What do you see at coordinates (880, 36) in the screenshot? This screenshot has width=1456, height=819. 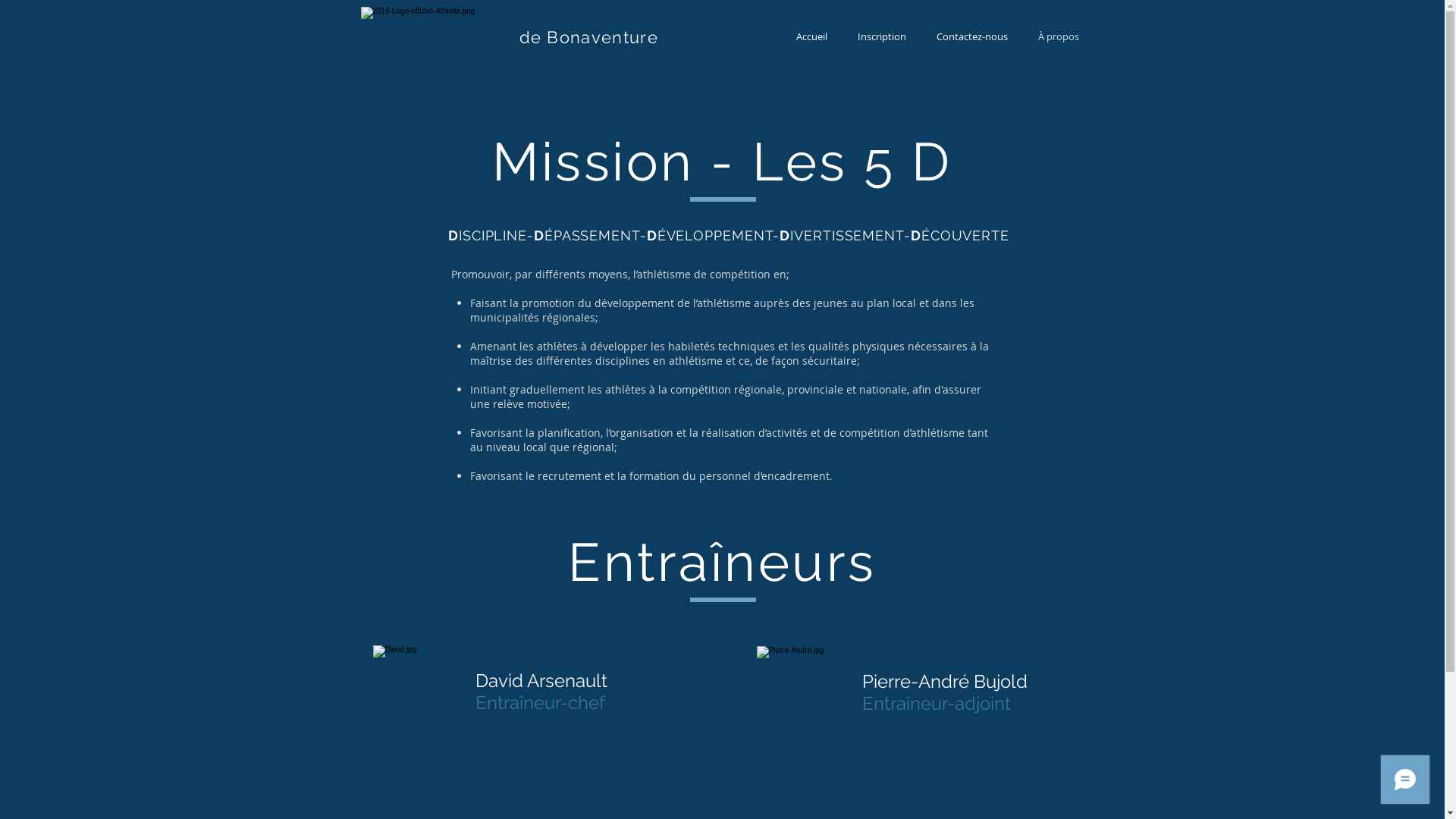 I see `'Inscription'` at bounding box center [880, 36].